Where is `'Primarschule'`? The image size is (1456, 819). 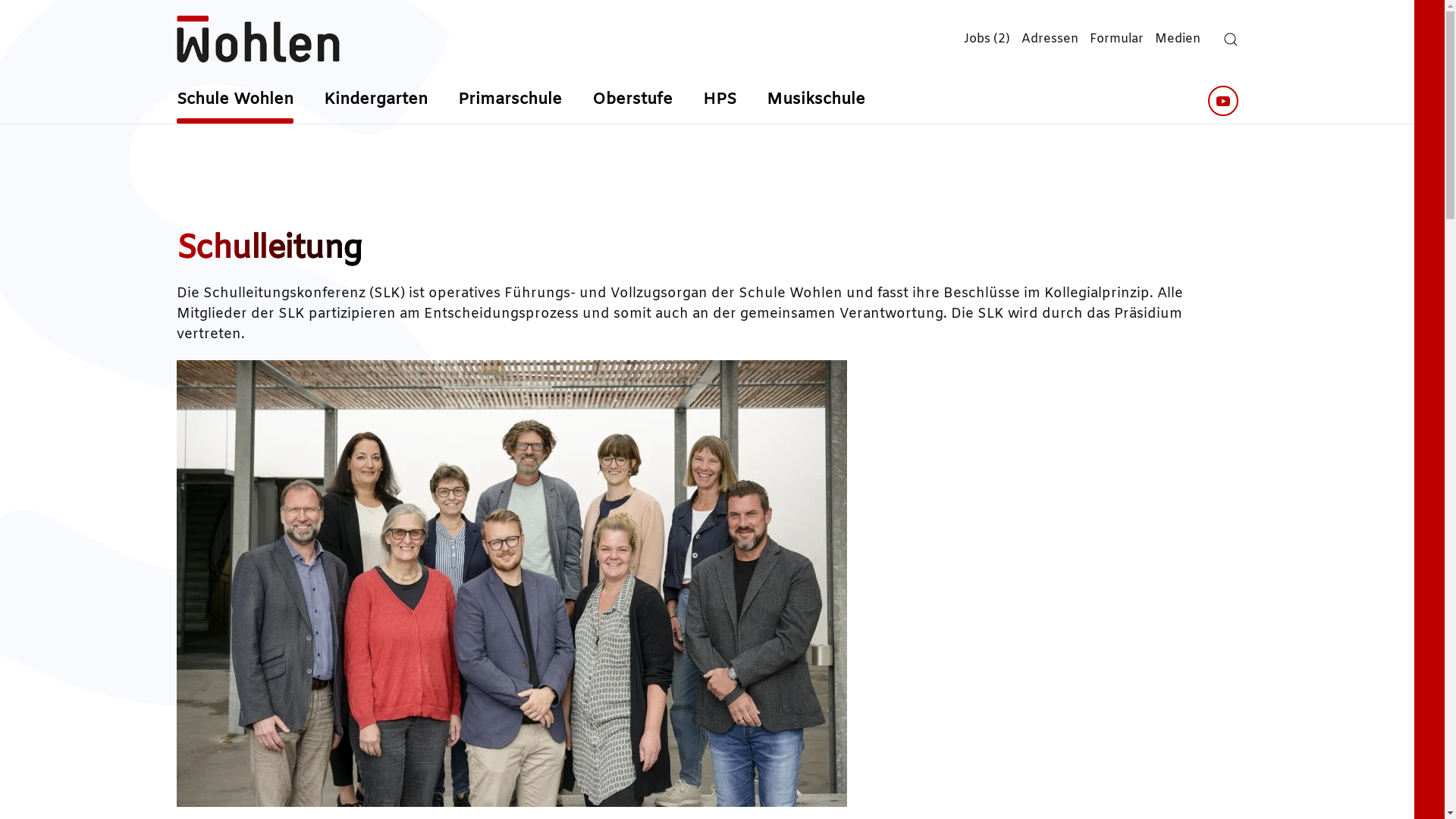
'Primarschule' is located at coordinates (510, 100).